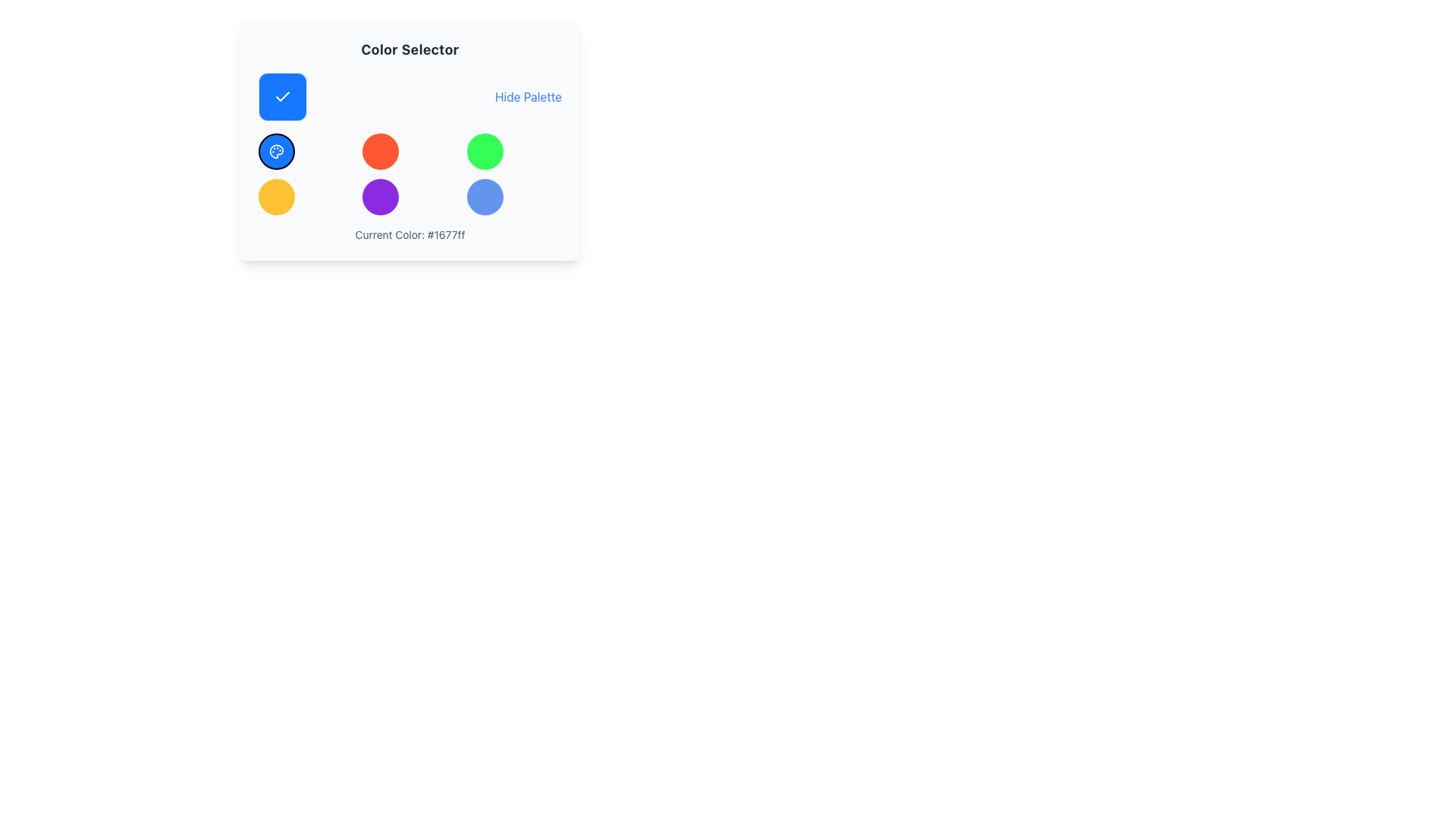 The image size is (1456, 819). Describe the element at coordinates (410, 96) in the screenshot. I see `the 'Hide Palette' button located below the 'Color Selector' title` at that location.